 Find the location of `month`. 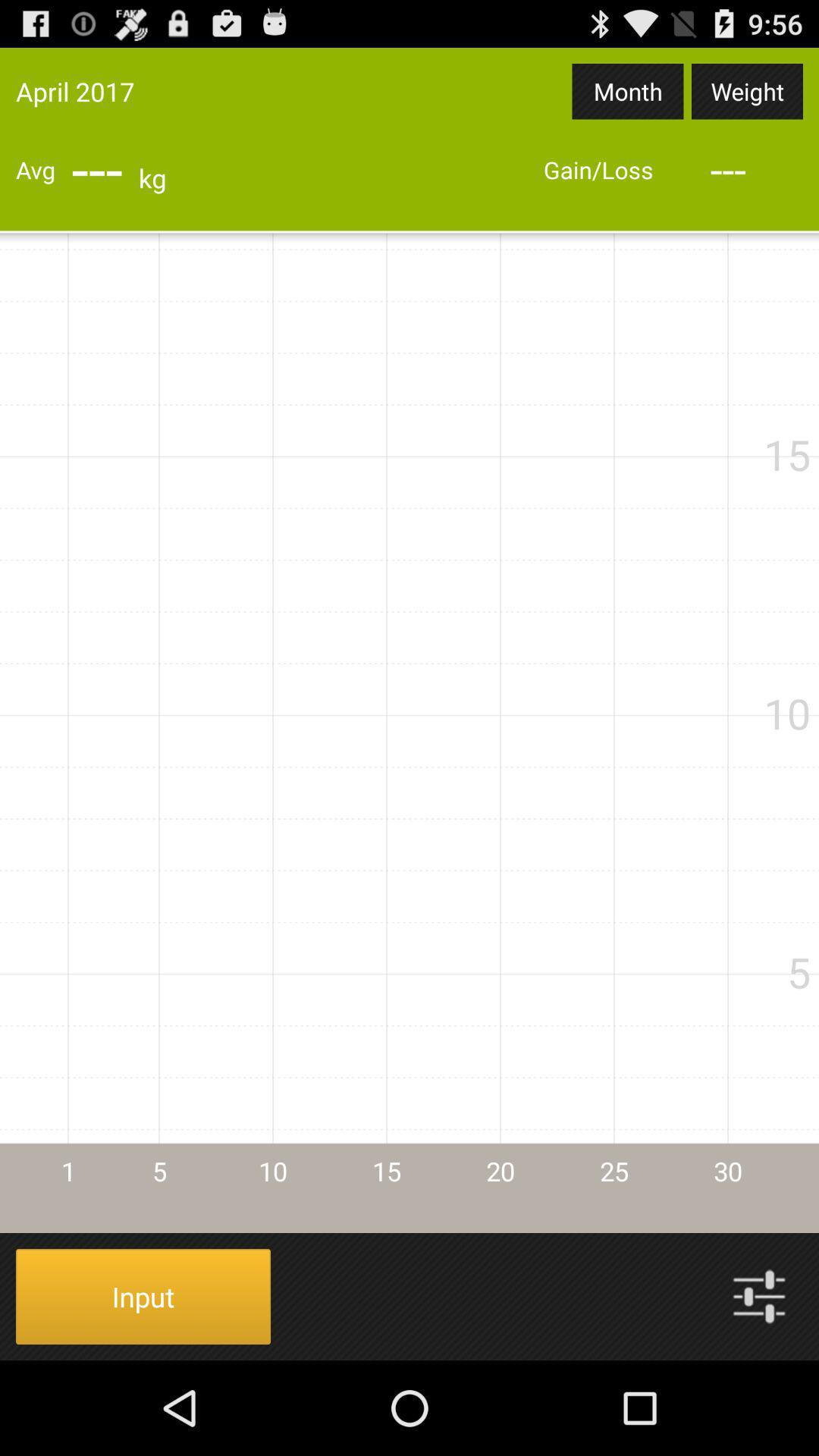

month is located at coordinates (628, 90).